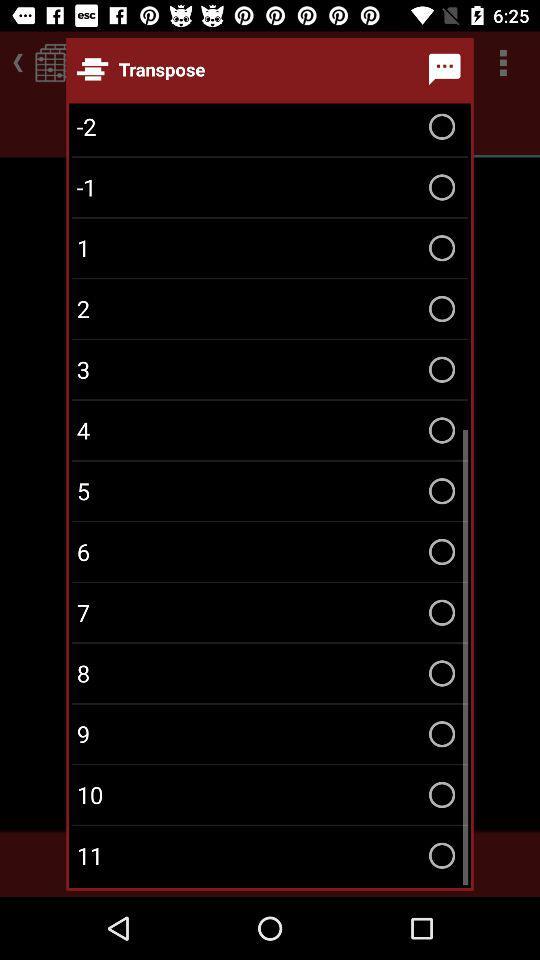 This screenshot has width=540, height=960. I want to click on the 4, so click(270, 430).